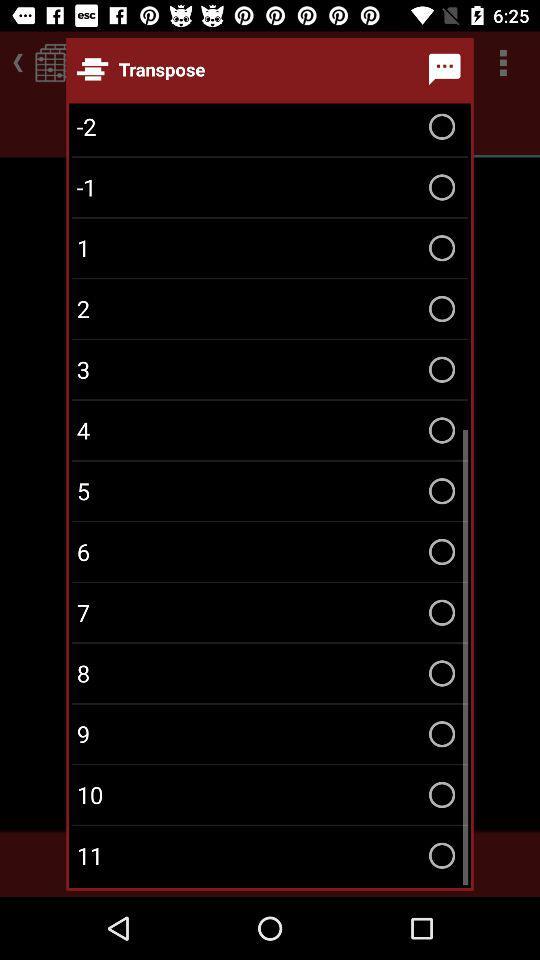 This screenshot has width=540, height=960. I want to click on the 4, so click(270, 430).